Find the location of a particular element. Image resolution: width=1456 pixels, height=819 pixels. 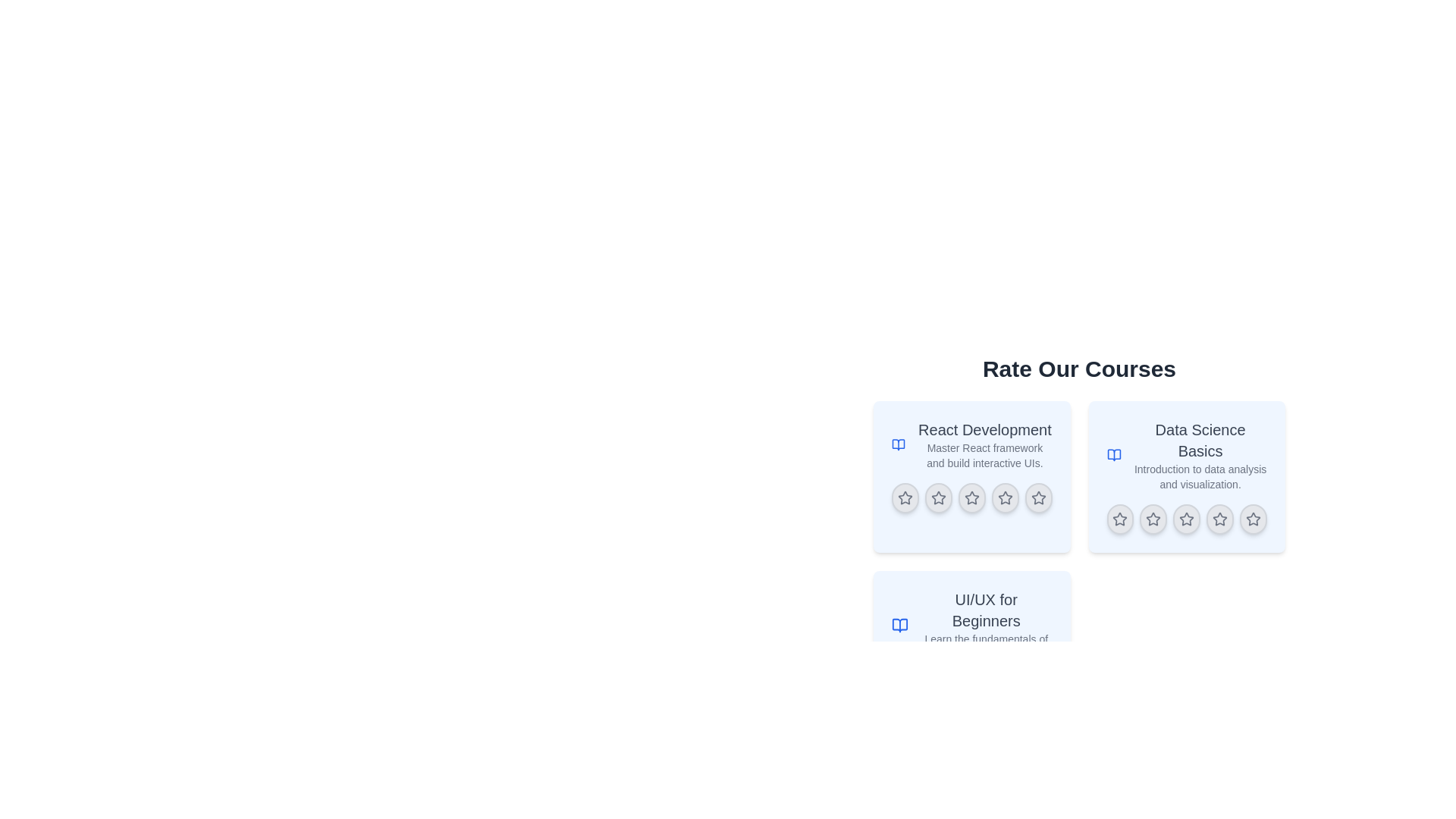

the icon representing the 'Data Science Basics' course, located in the top-left corner of the course card, next to the title and above the rating stars is located at coordinates (1114, 455).